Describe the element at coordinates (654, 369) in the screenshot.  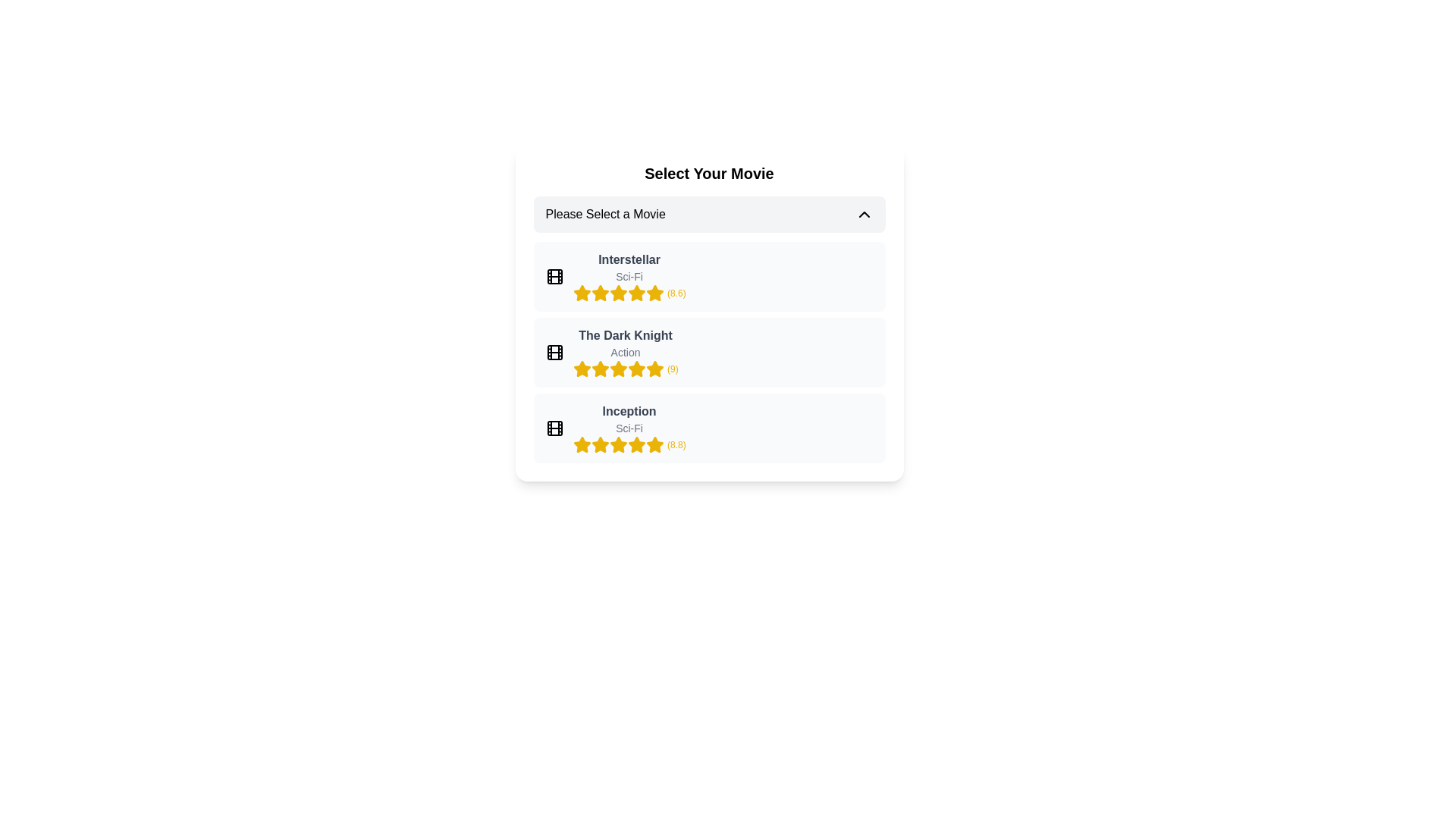
I see `the fifth star icon in the rating scale for 'The Dark Knight' movie, located in the third row of the list, which indicates its rating level` at that location.